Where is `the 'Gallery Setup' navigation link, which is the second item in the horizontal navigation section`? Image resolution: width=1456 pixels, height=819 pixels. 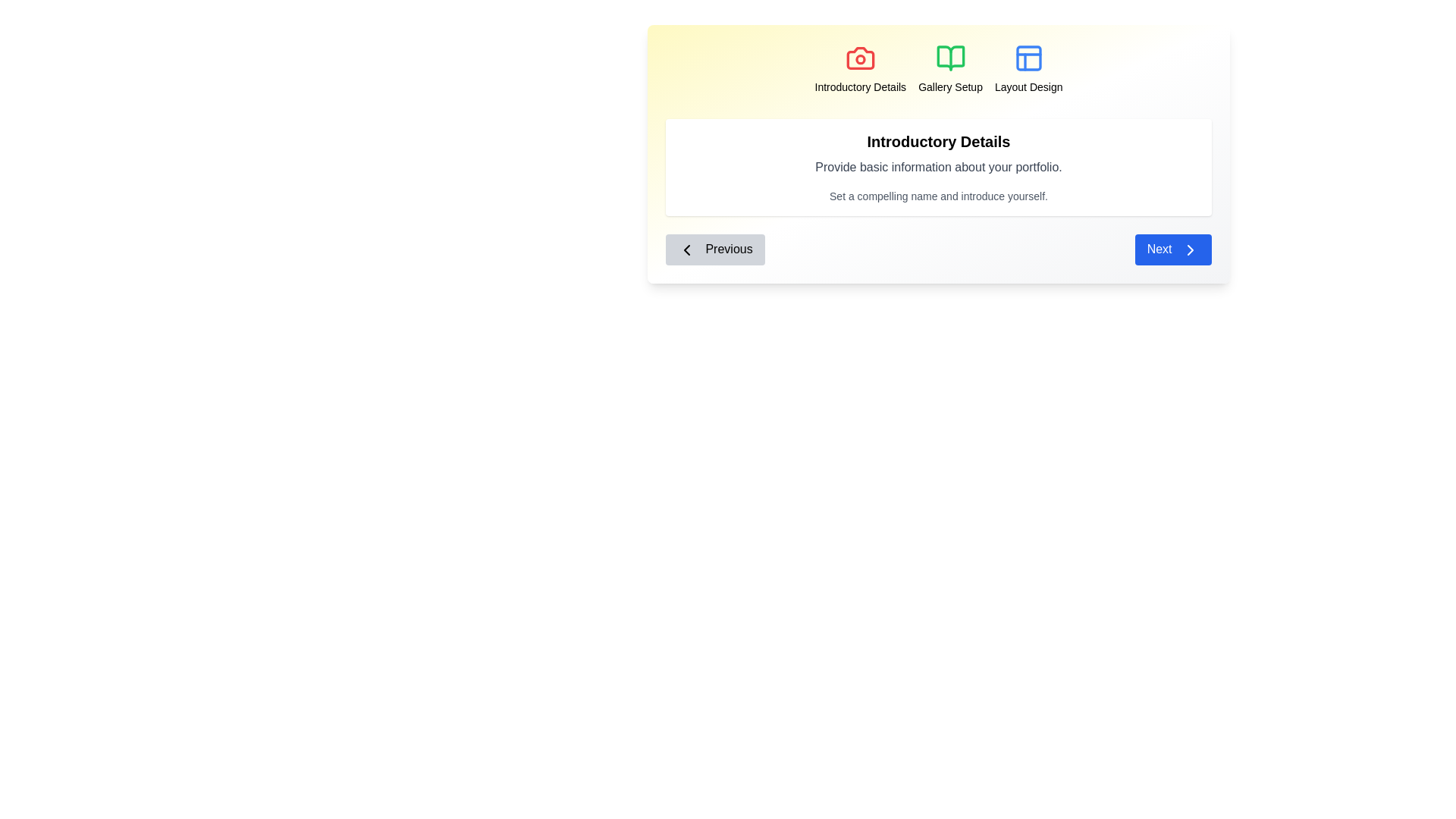
the 'Gallery Setup' navigation link, which is the second item in the horizontal navigation section is located at coordinates (949, 69).